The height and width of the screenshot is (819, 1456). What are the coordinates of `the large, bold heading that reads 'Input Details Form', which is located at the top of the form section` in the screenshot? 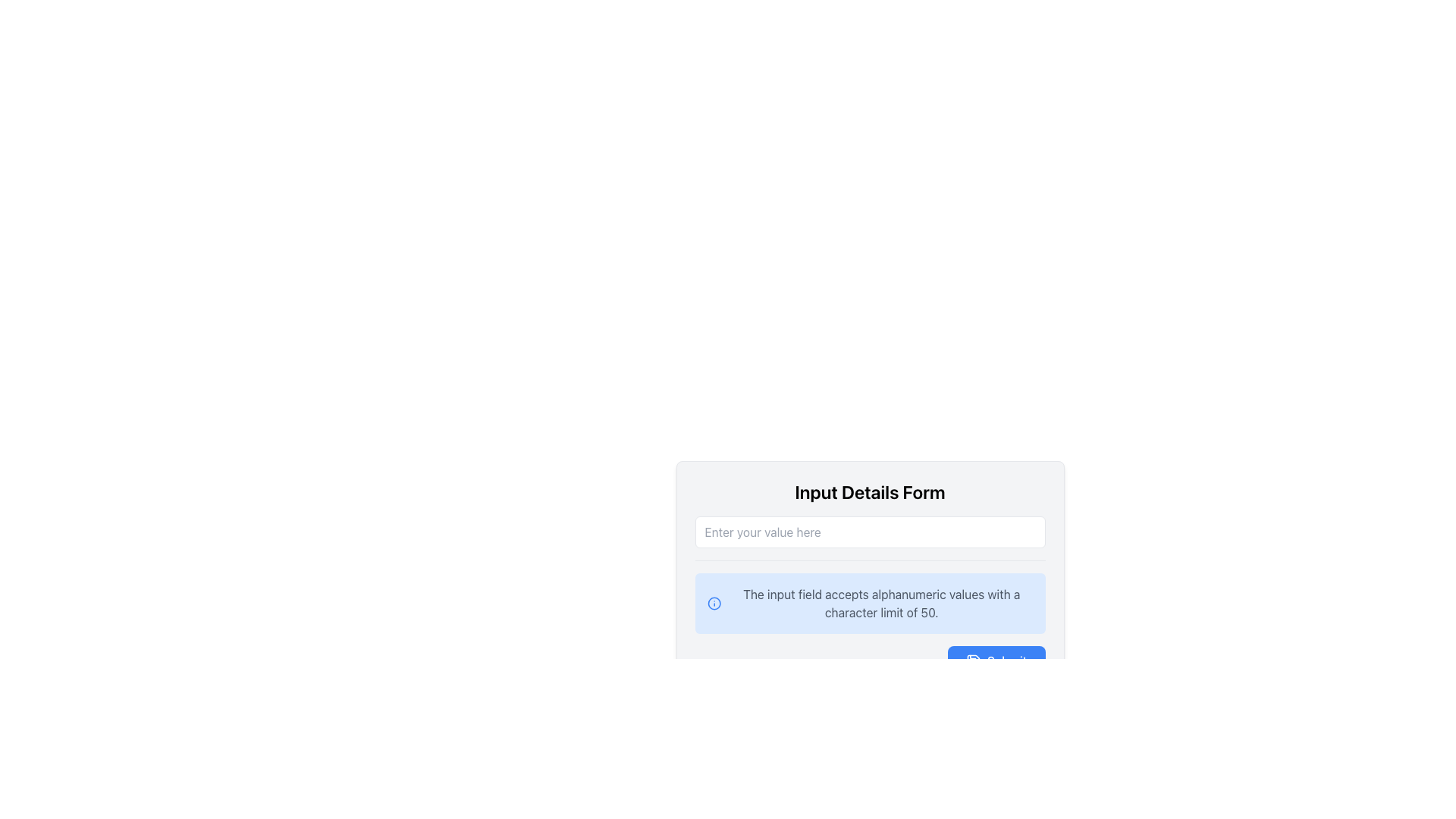 It's located at (870, 491).